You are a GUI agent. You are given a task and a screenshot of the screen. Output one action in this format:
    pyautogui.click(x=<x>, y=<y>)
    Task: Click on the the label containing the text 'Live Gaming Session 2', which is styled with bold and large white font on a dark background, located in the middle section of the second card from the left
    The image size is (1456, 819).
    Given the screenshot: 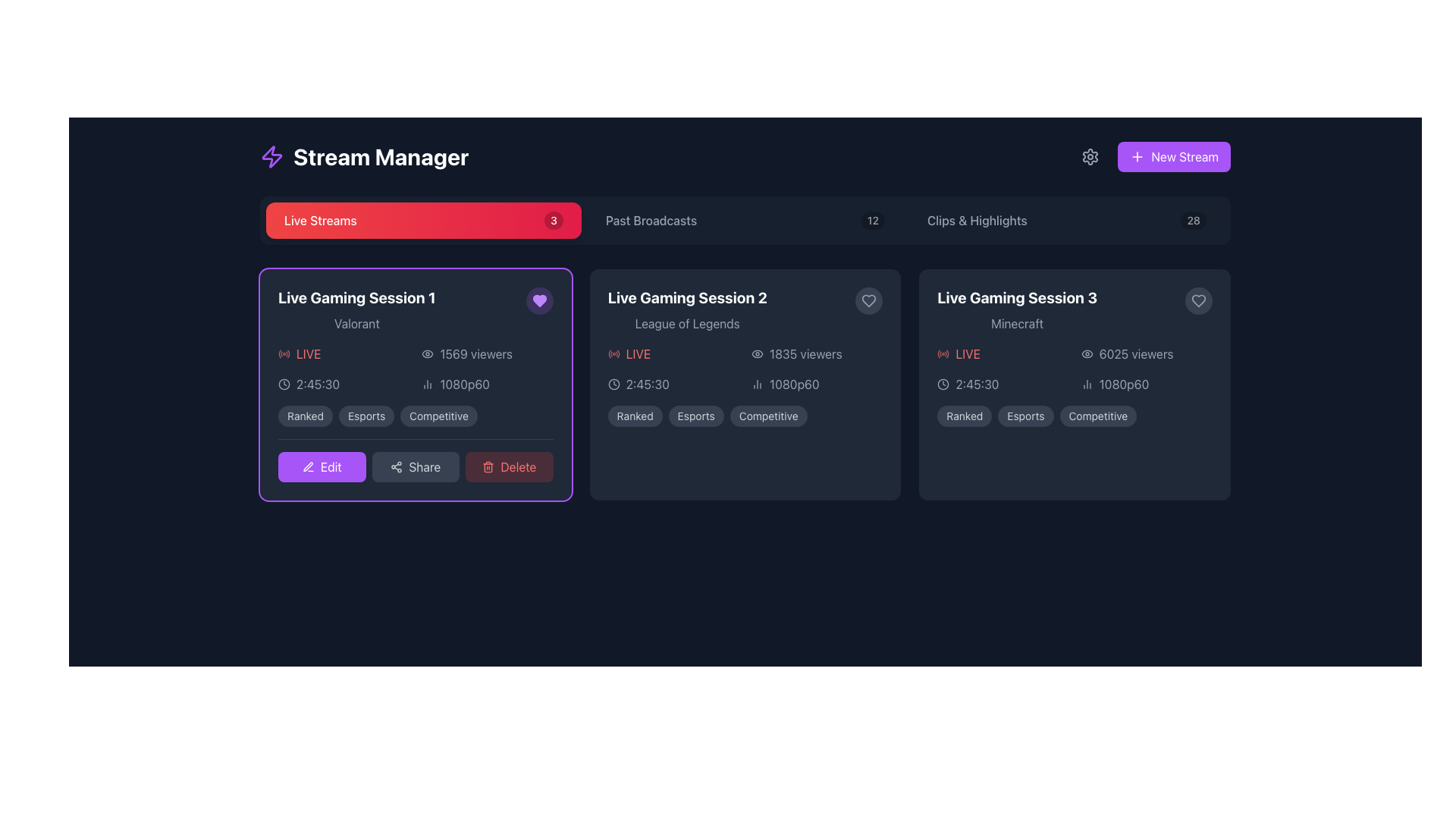 What is the action you would take?
    pyautogui.click(x=686, y=298)
    